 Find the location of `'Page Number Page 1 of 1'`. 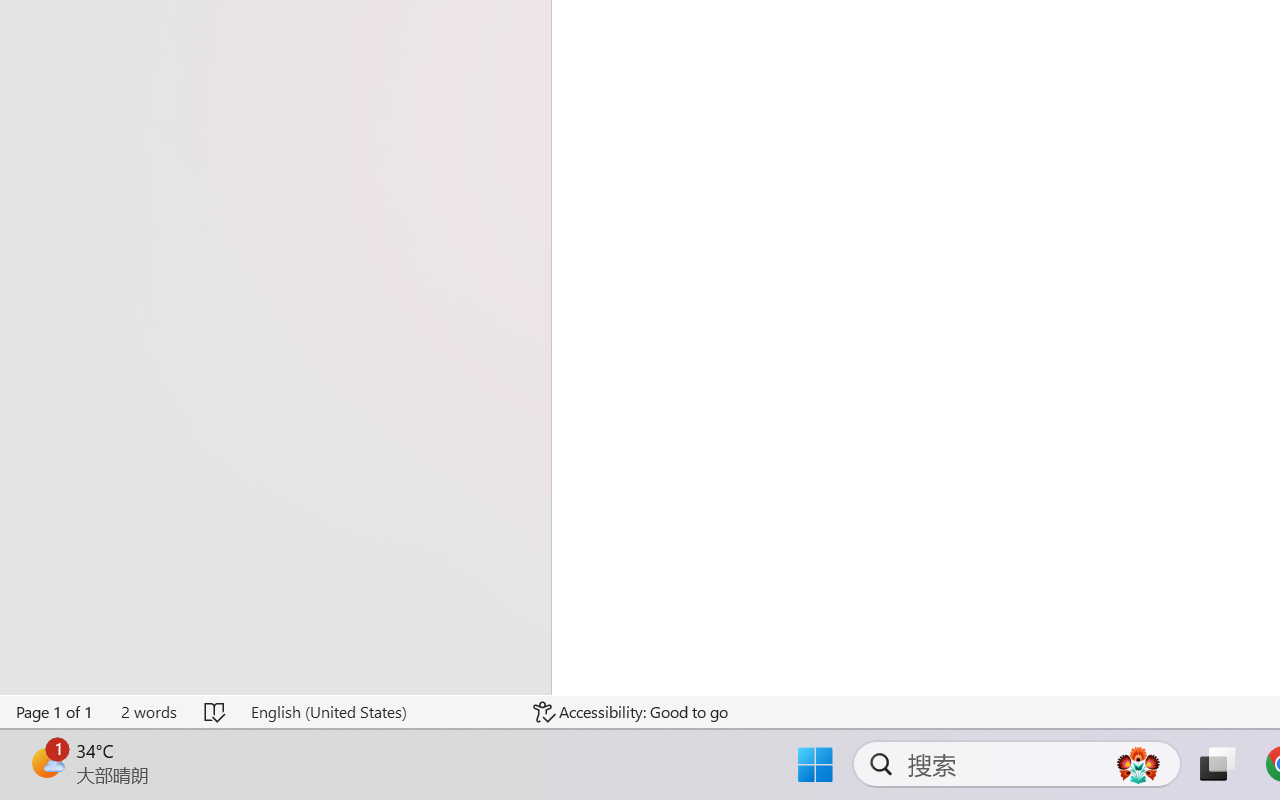

'Page Number Page 1 of 1' is located at coordinates (55, 711).